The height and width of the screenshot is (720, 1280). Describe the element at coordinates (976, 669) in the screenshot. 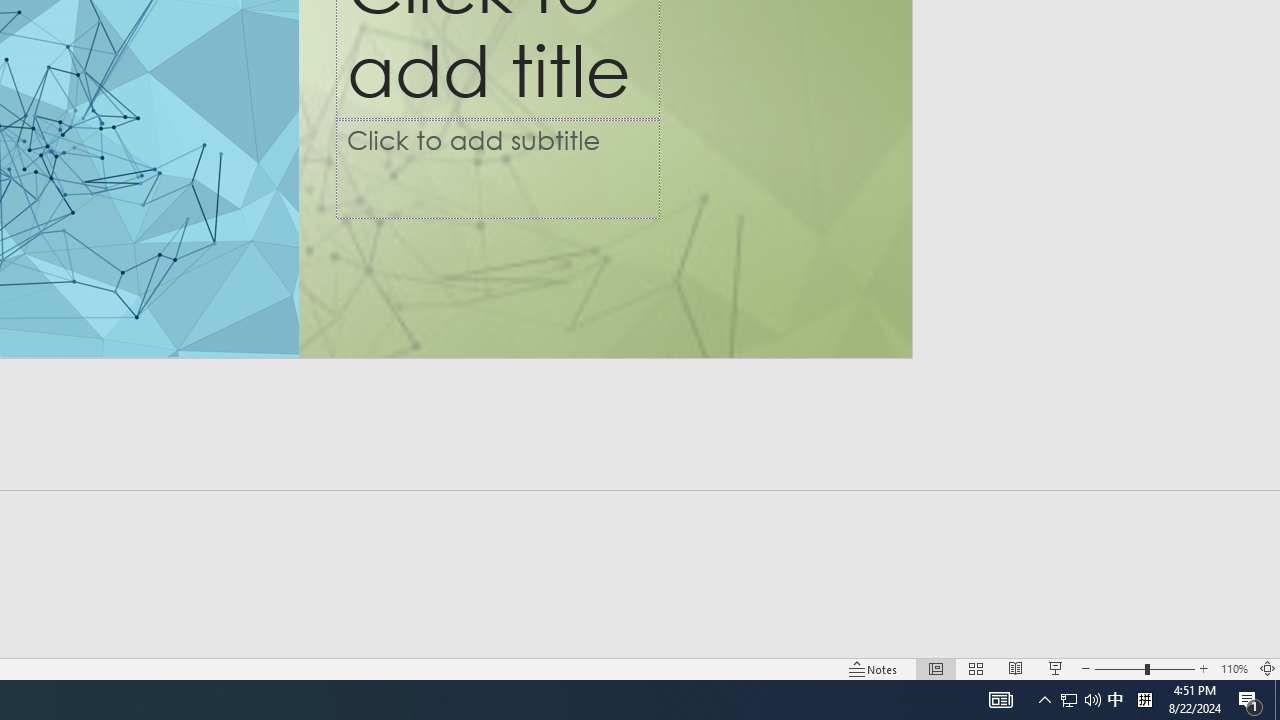

I see `'Slide Sorter'` at that location.